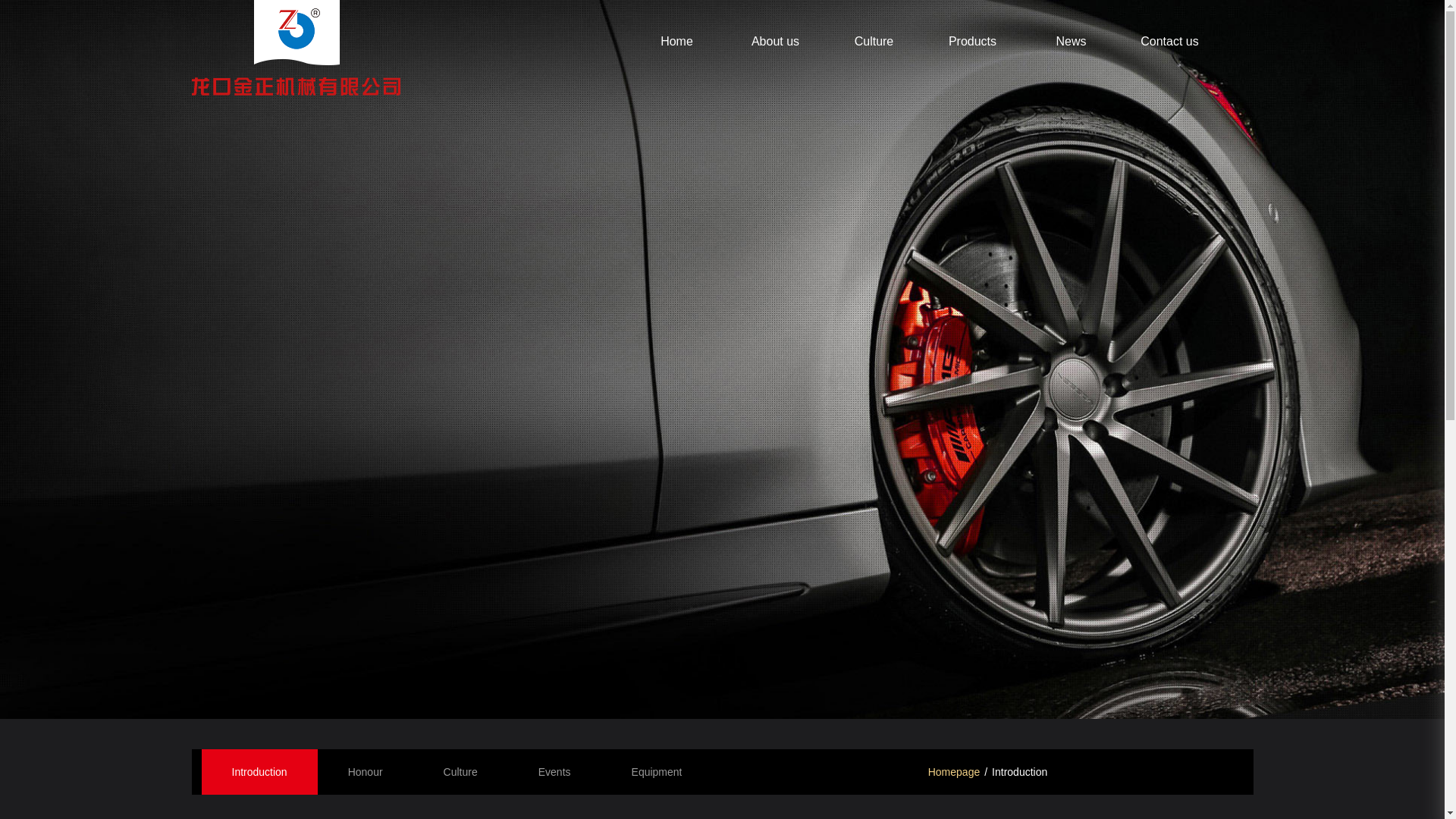 This screenshot has width=1456, height=819. What do you see at coordinates (1168, 40) in the screenshot?
I see `'Contact us'` at bounding box center [1168, 40].